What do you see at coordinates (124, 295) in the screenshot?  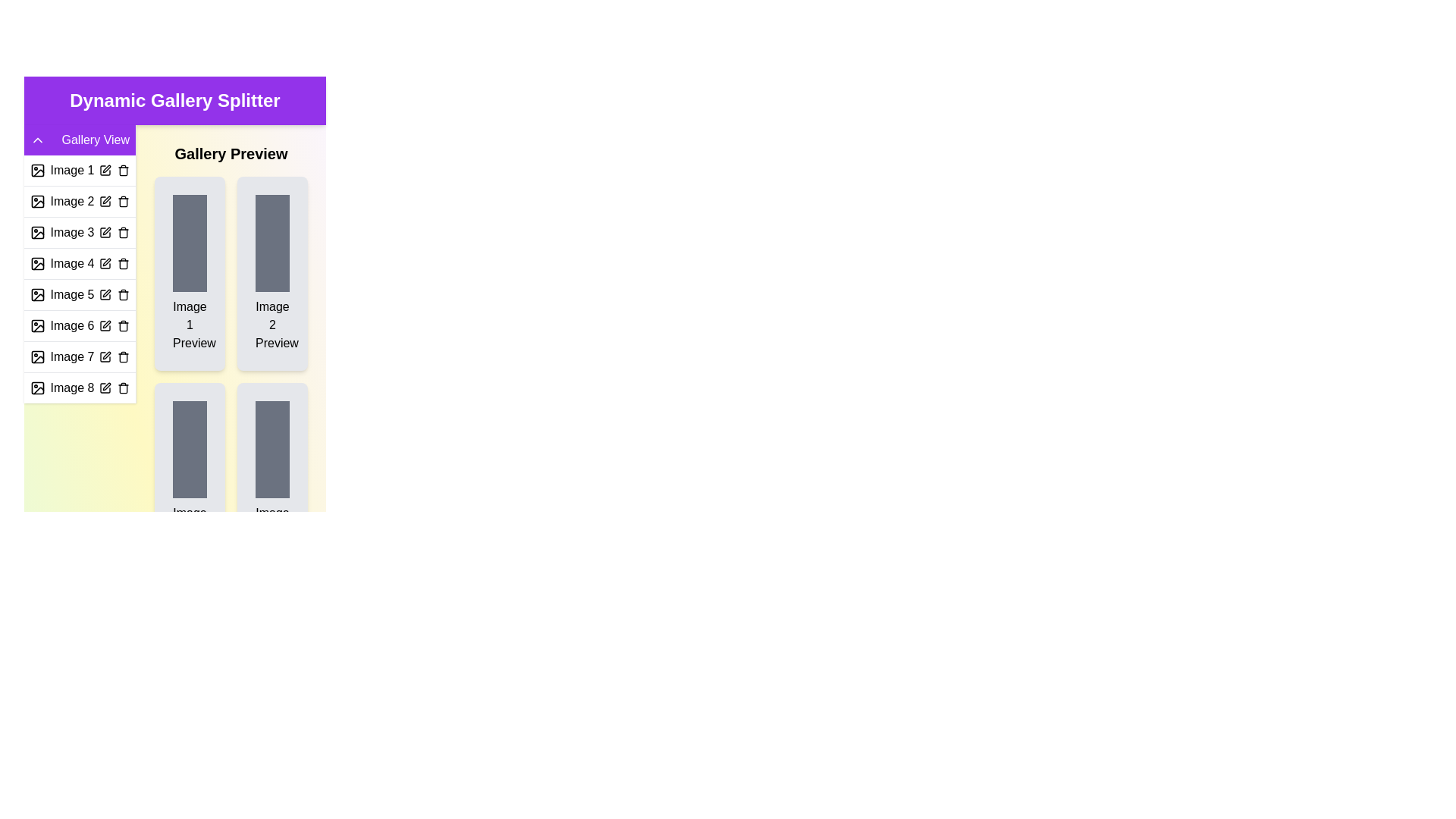 I see `the delete button icon associated with 'Image 5'` at bounding box center [124, 295].